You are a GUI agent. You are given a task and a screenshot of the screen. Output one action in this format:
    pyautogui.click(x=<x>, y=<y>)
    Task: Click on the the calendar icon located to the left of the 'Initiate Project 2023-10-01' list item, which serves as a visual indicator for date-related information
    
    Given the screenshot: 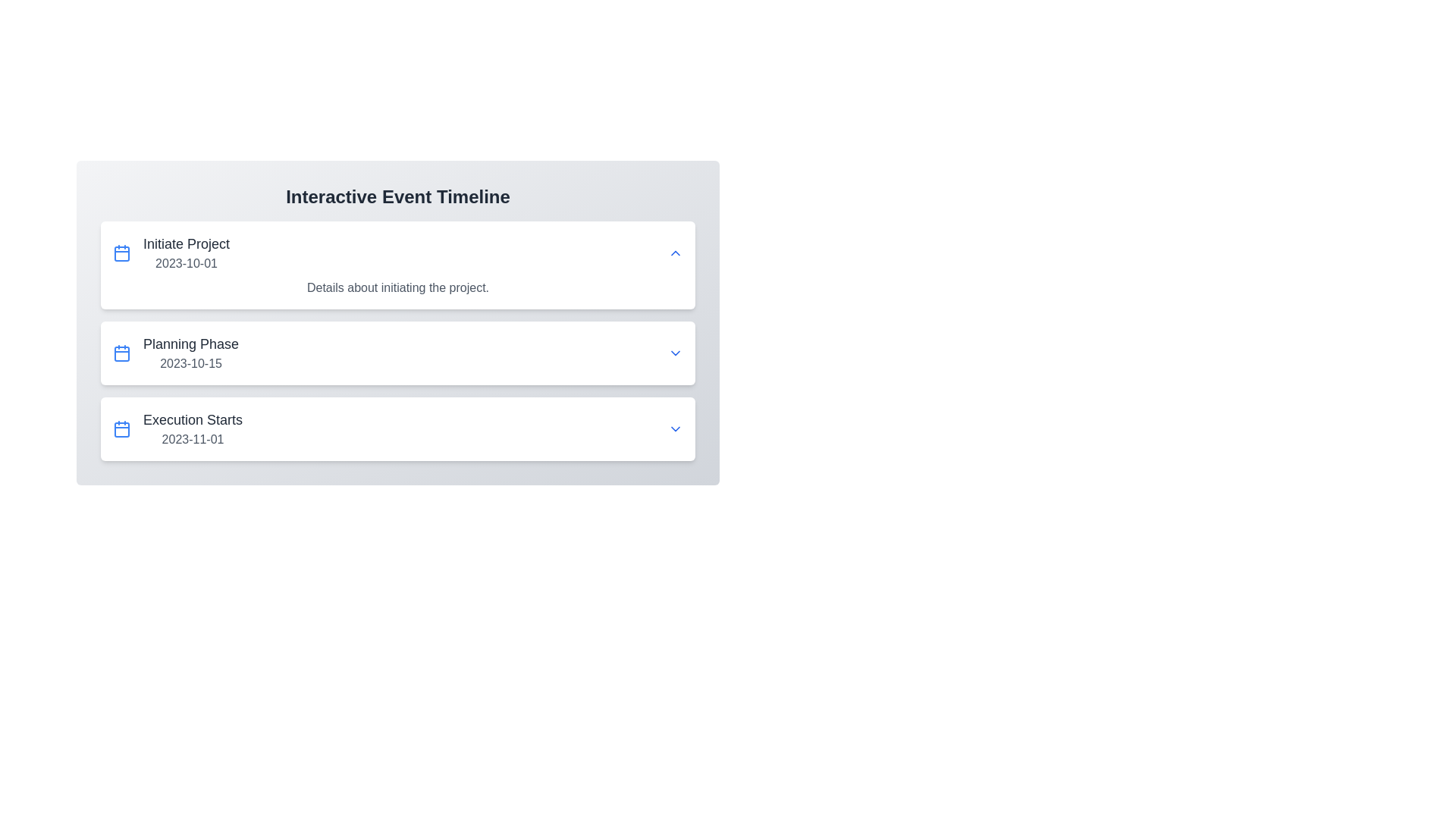 What is the action you would take?
    pyautogui.click(x=122, y=253)
    